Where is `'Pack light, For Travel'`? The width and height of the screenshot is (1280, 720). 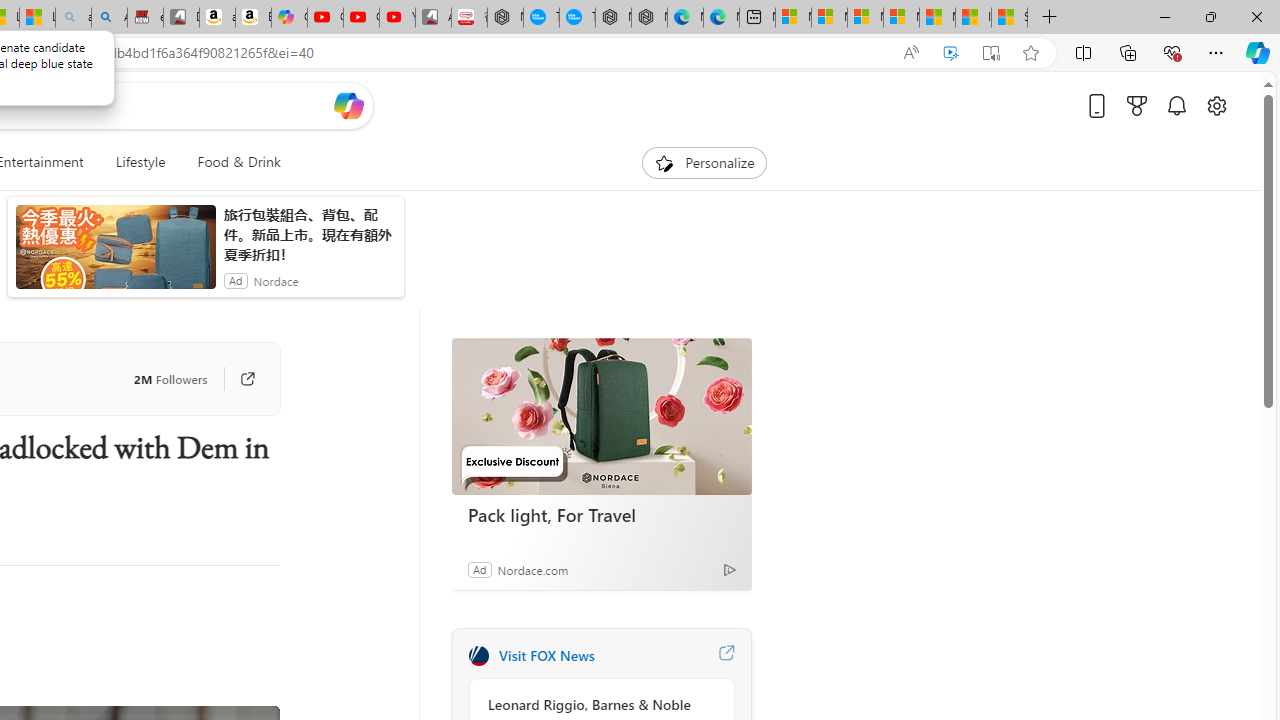 'Pack light, For Travel' is located at coordinates (600, 415).